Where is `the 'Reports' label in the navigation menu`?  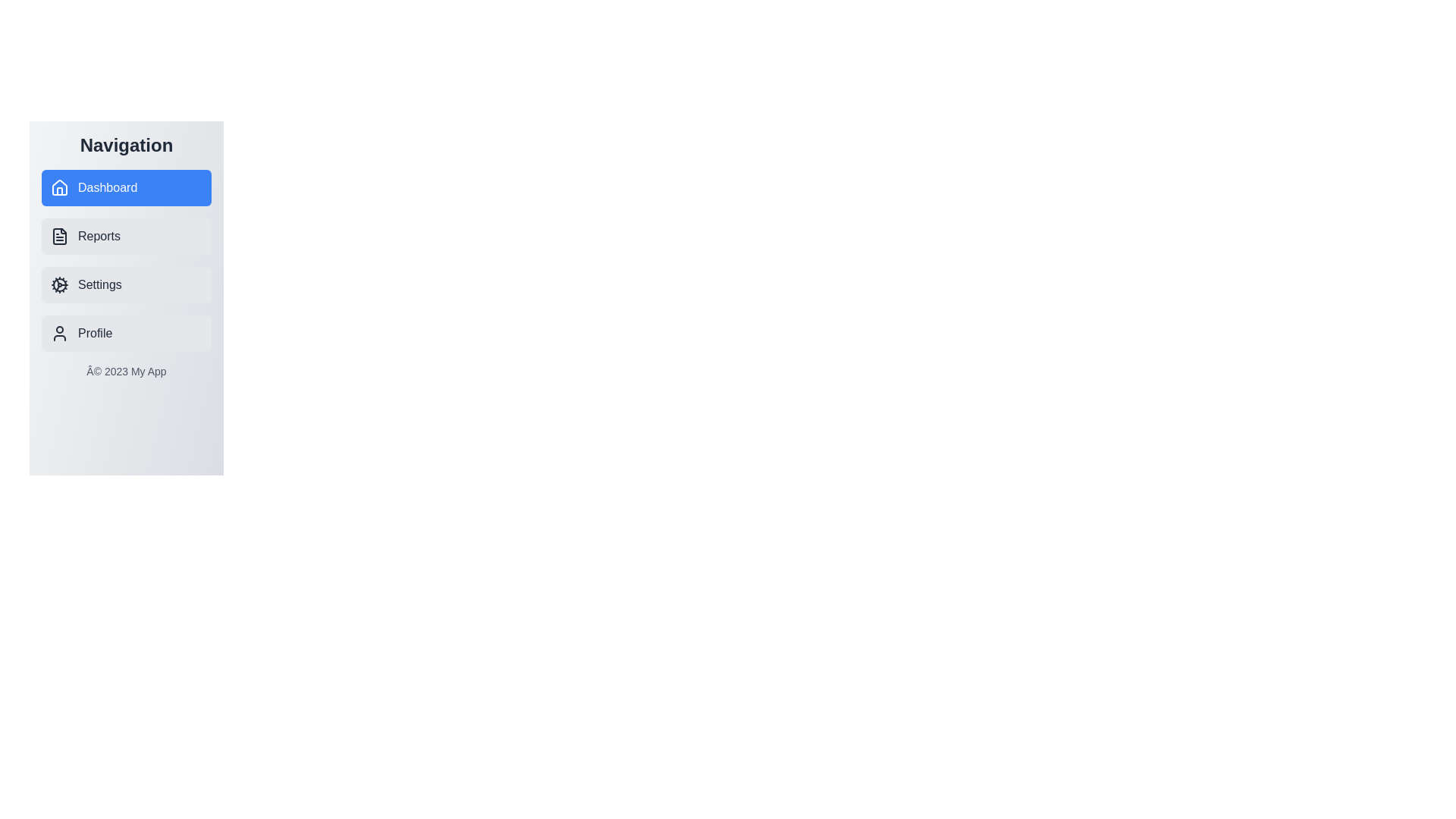
the 'Reports' label in the navigation menu is located at coordinates (98, 237).